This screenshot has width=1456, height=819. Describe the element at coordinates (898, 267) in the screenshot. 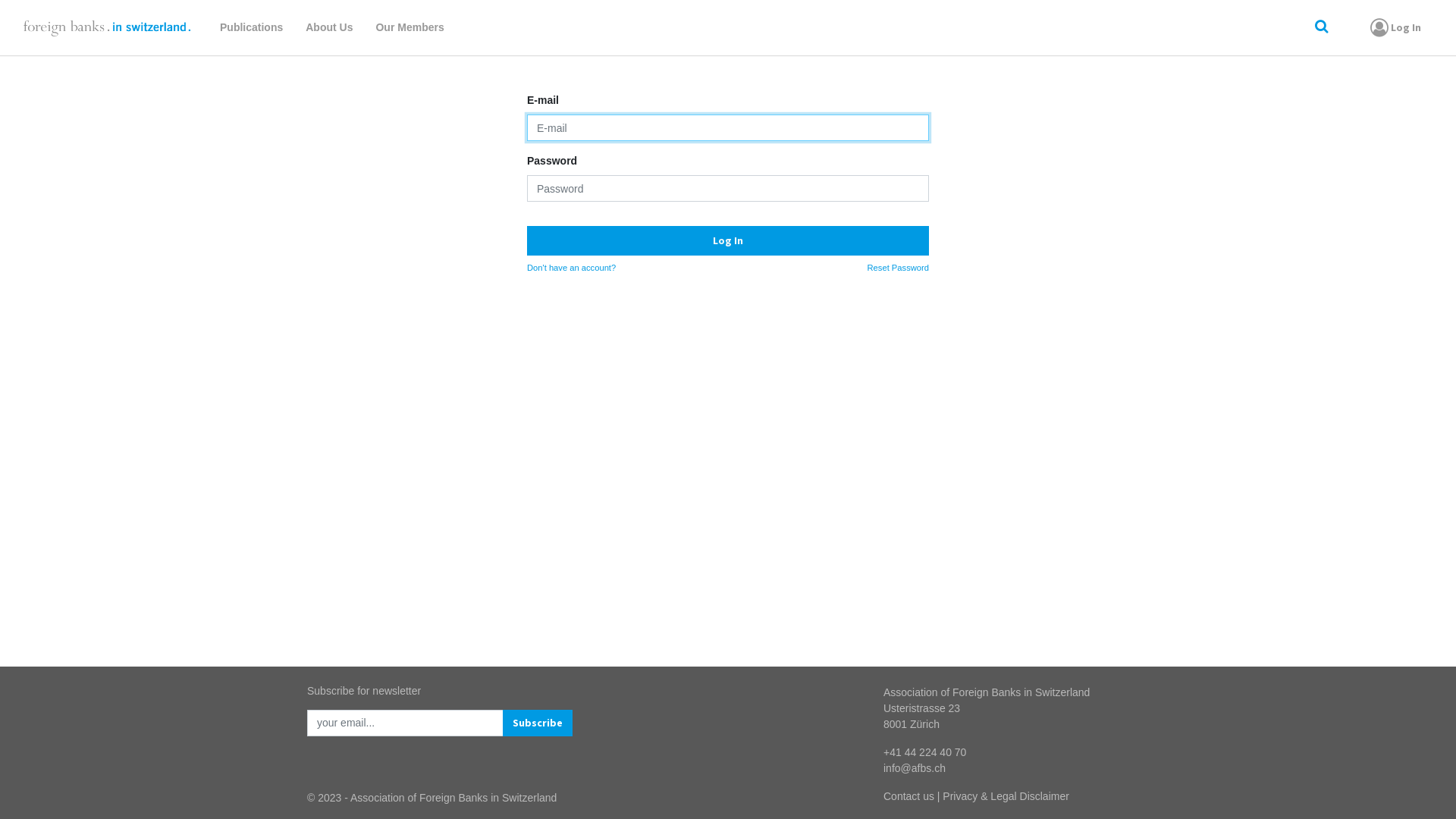

I see `'Reset Password'` at that location.